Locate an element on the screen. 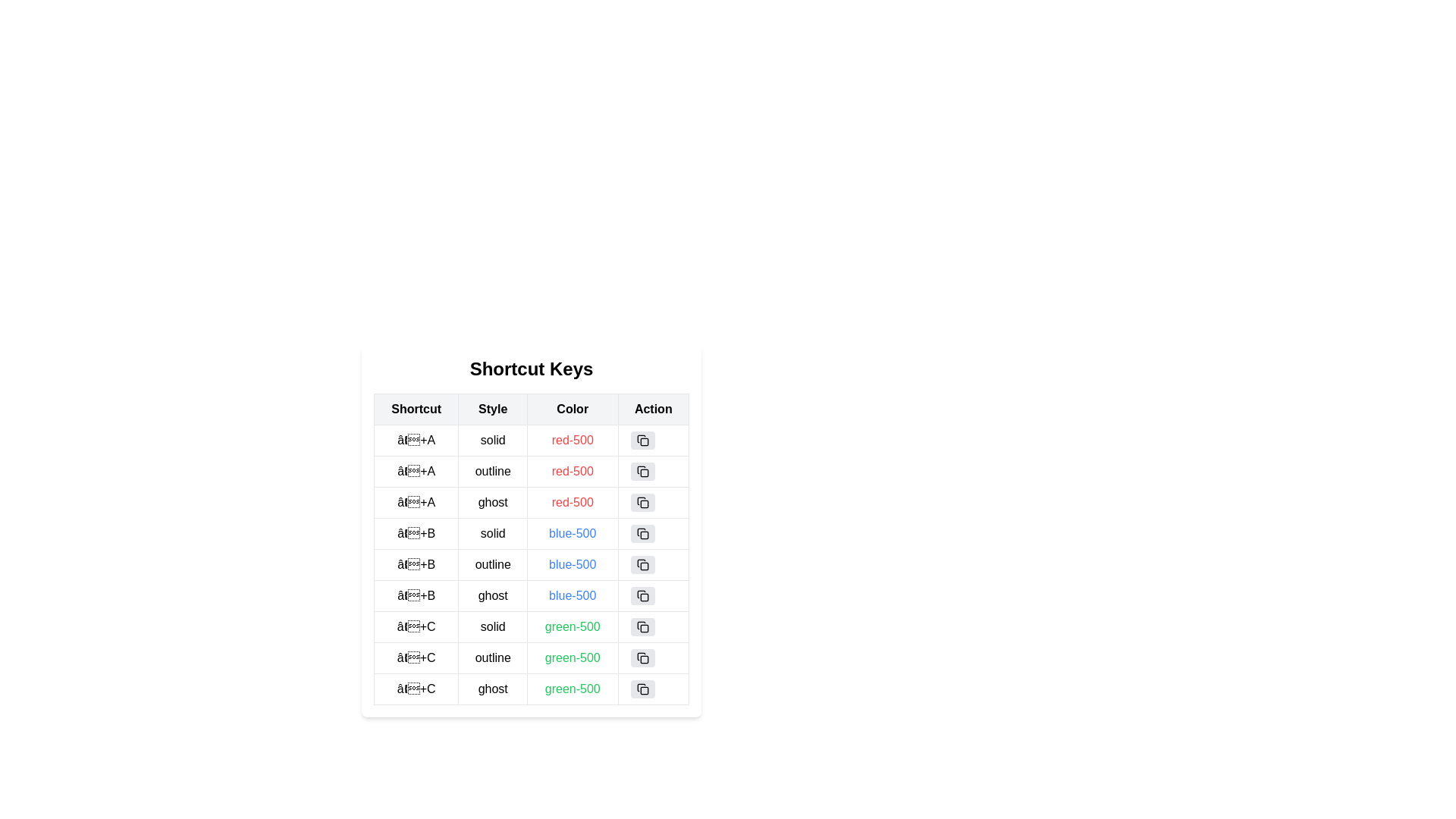 The width and height of the screenshot is (1456, 819). the copy icon located in the 'Action' column of the row corresponding to the 'ghost' style and 'red-500' color in the table is located at coordinates (642, 503).